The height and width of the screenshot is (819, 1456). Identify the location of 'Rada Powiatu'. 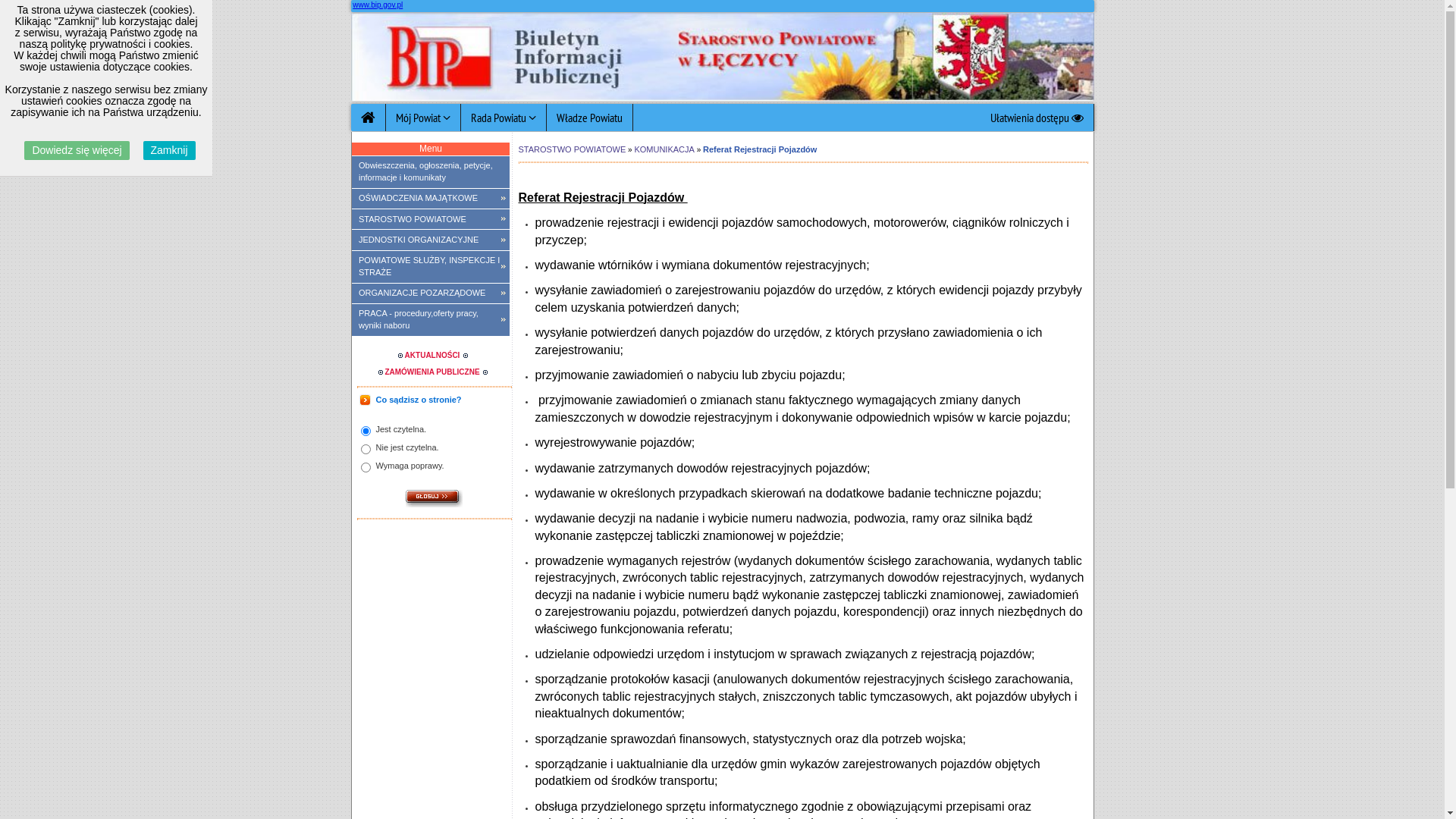
(504, 116).